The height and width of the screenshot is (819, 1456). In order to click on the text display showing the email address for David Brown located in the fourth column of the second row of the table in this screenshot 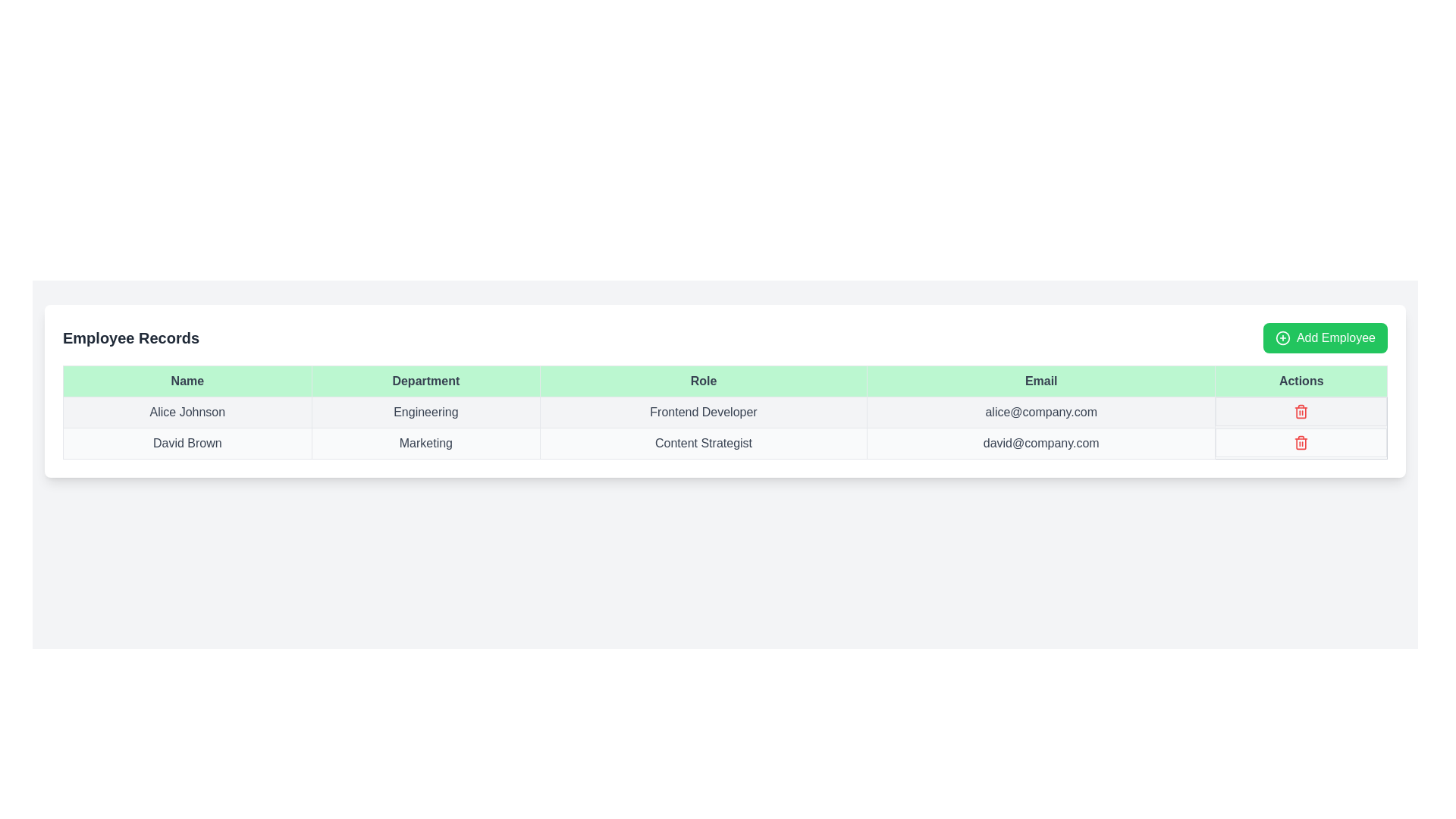, I will do `click(1040, 444)`.